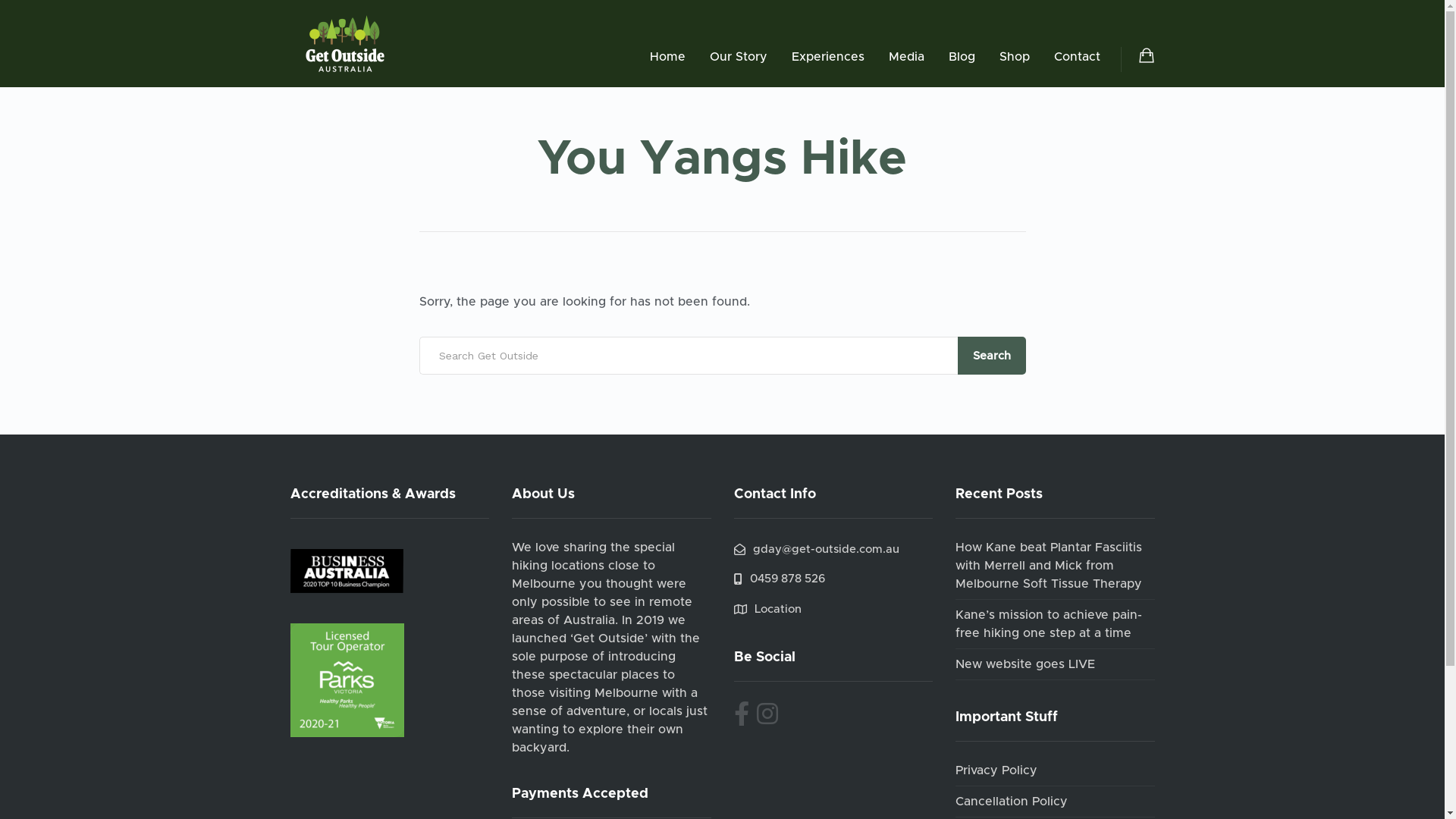 The width and height of the screenshot is (1456, 819). What do you see at coordinates (954, 663) in the screenshot?
I see `'New website goes LIVE'` at bounding box center [954, 663].